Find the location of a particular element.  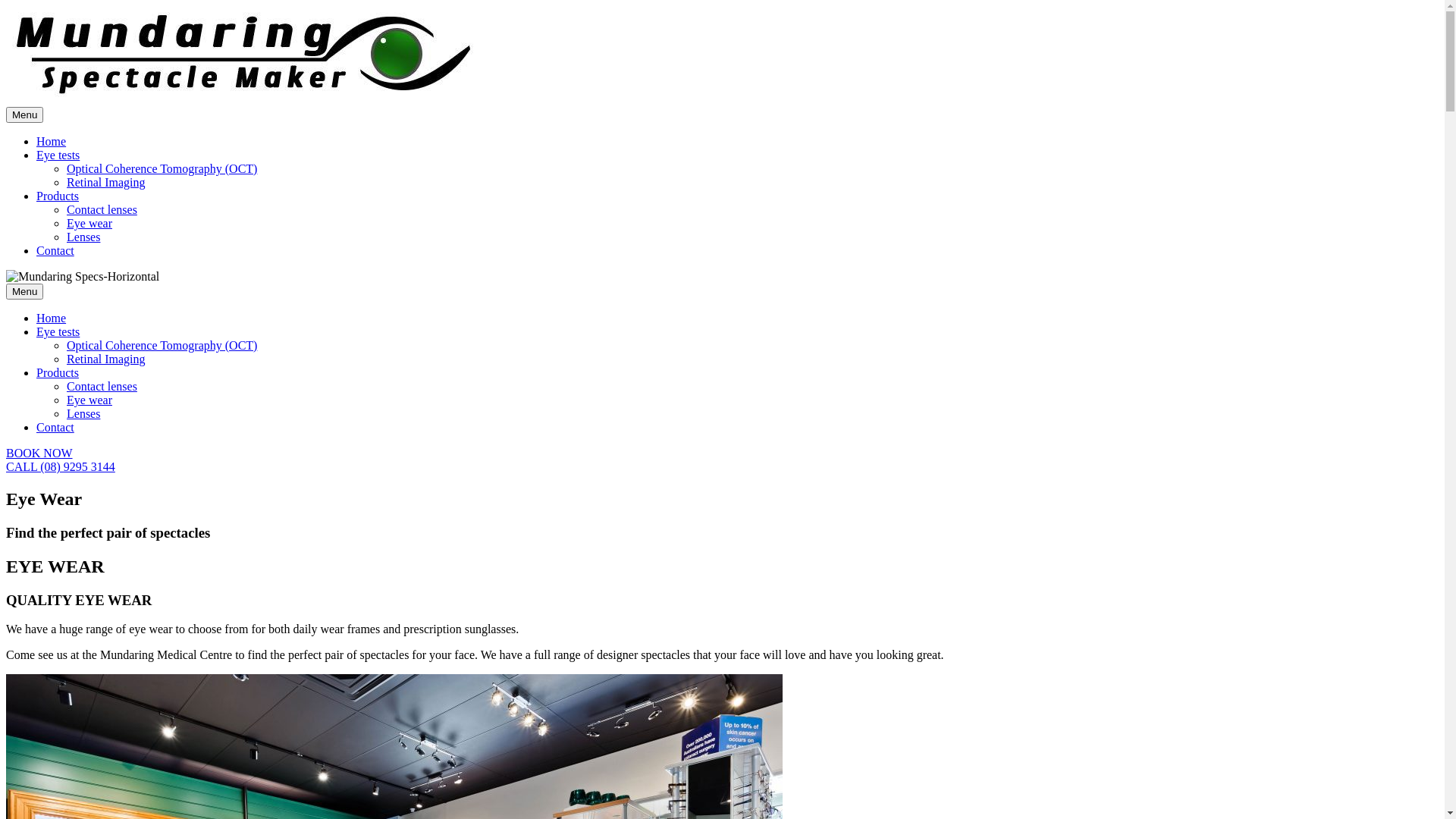

'Retinal Imaging' is located at coordinates (105, 181).